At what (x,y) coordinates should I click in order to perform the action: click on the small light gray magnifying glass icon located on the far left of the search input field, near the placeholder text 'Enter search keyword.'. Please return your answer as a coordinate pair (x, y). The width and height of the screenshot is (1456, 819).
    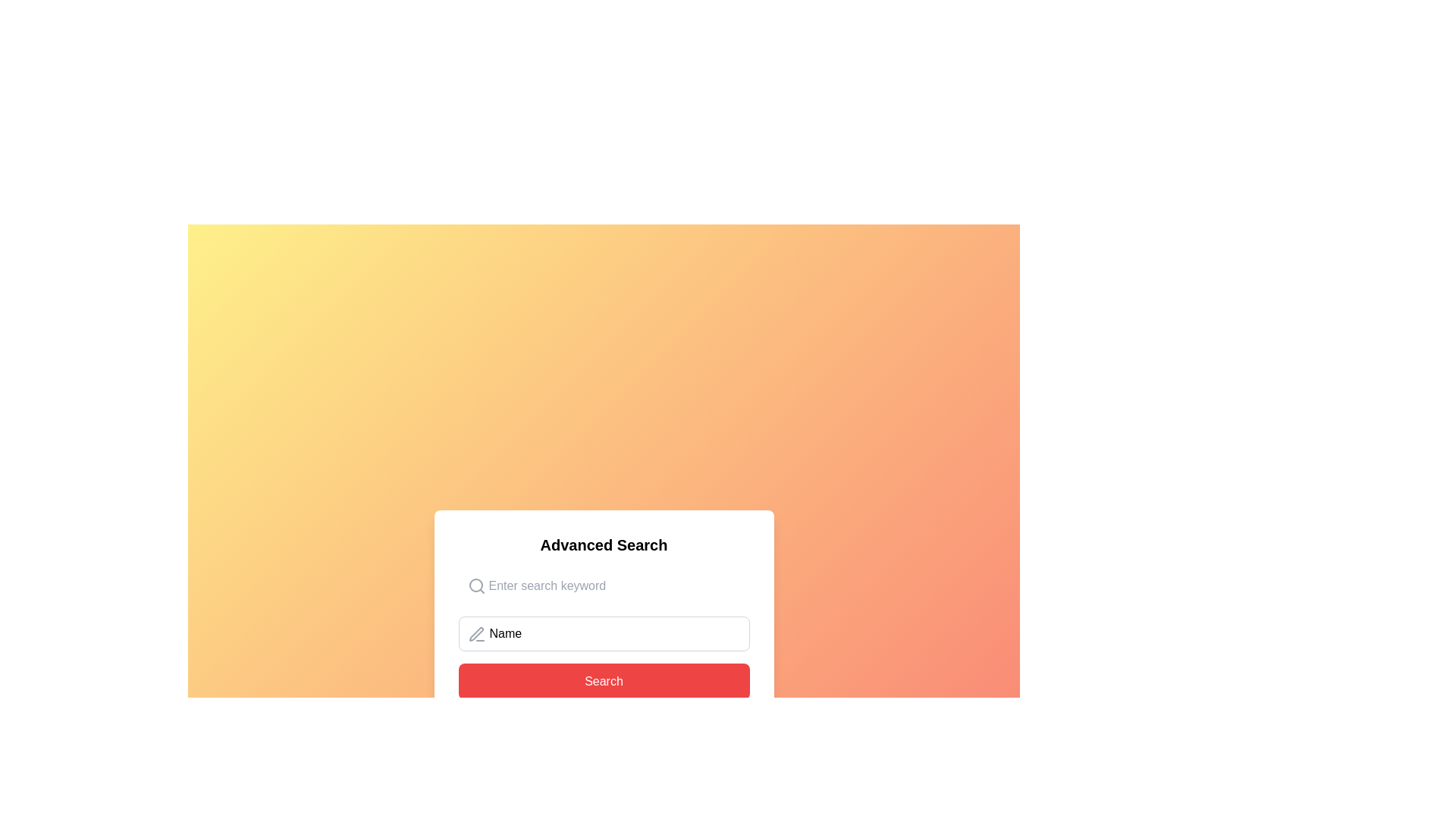
    Looking at the image, I should click on (475, 585).